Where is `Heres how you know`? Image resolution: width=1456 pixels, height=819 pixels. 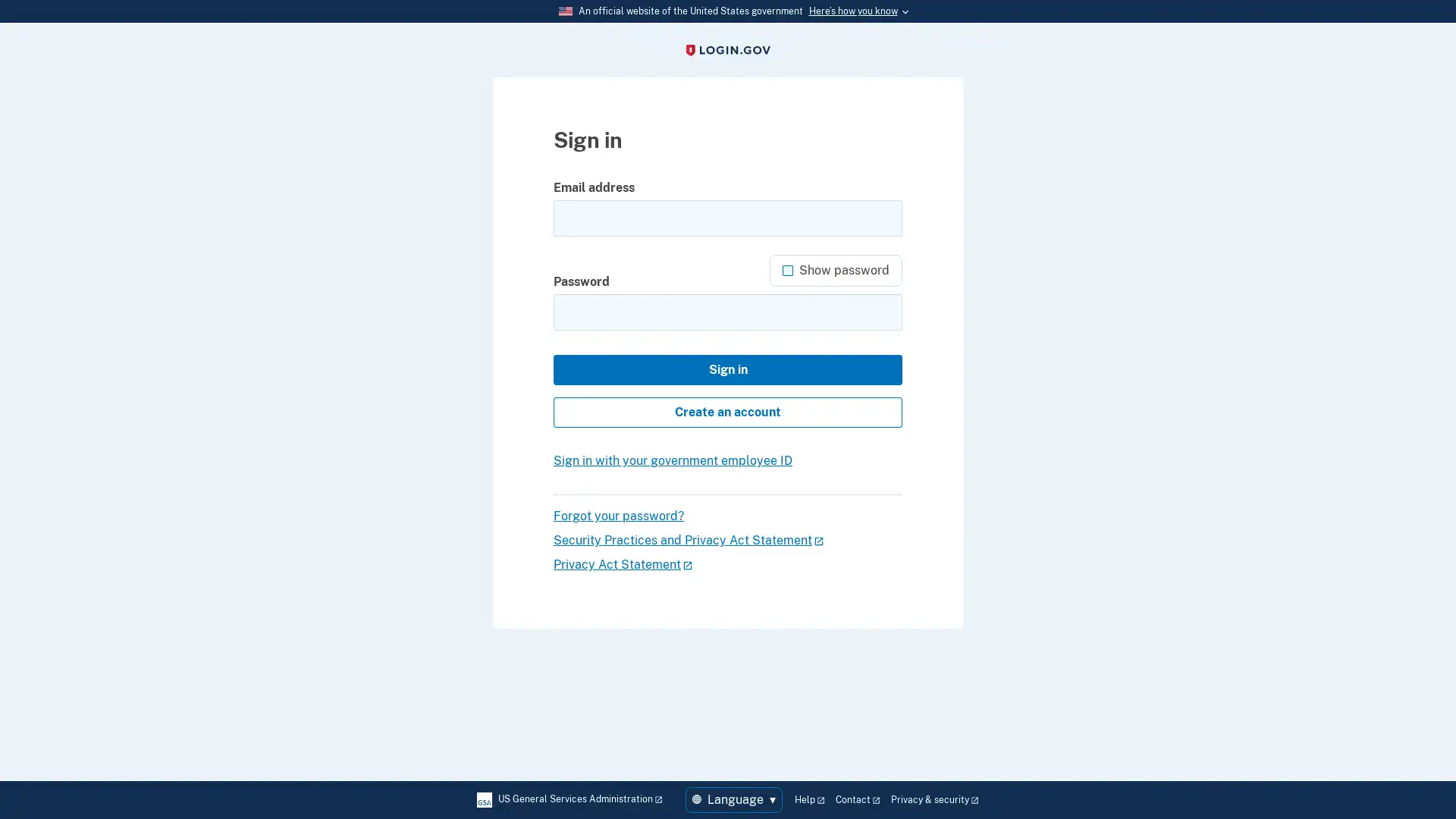 Heres how you know is located at coordinates (852, 11).